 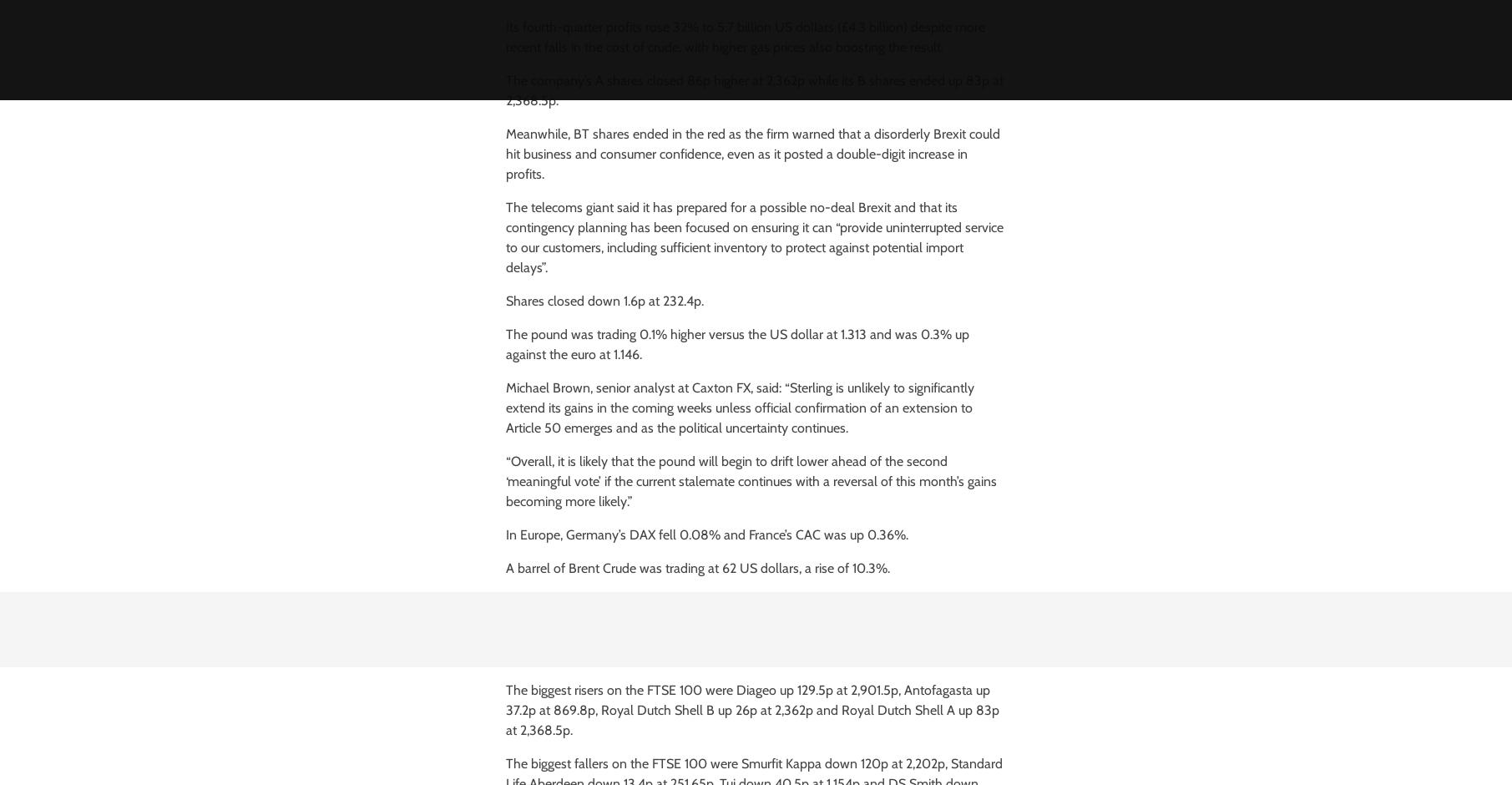 What do you see at coordinates (505, 344) in the screenshot?
I see `'The pound was trading 0.1% higher versus the US dollar at 1.313 and was 0.3% up against the euro at 1.146.'` at bounding box center [505, 344].